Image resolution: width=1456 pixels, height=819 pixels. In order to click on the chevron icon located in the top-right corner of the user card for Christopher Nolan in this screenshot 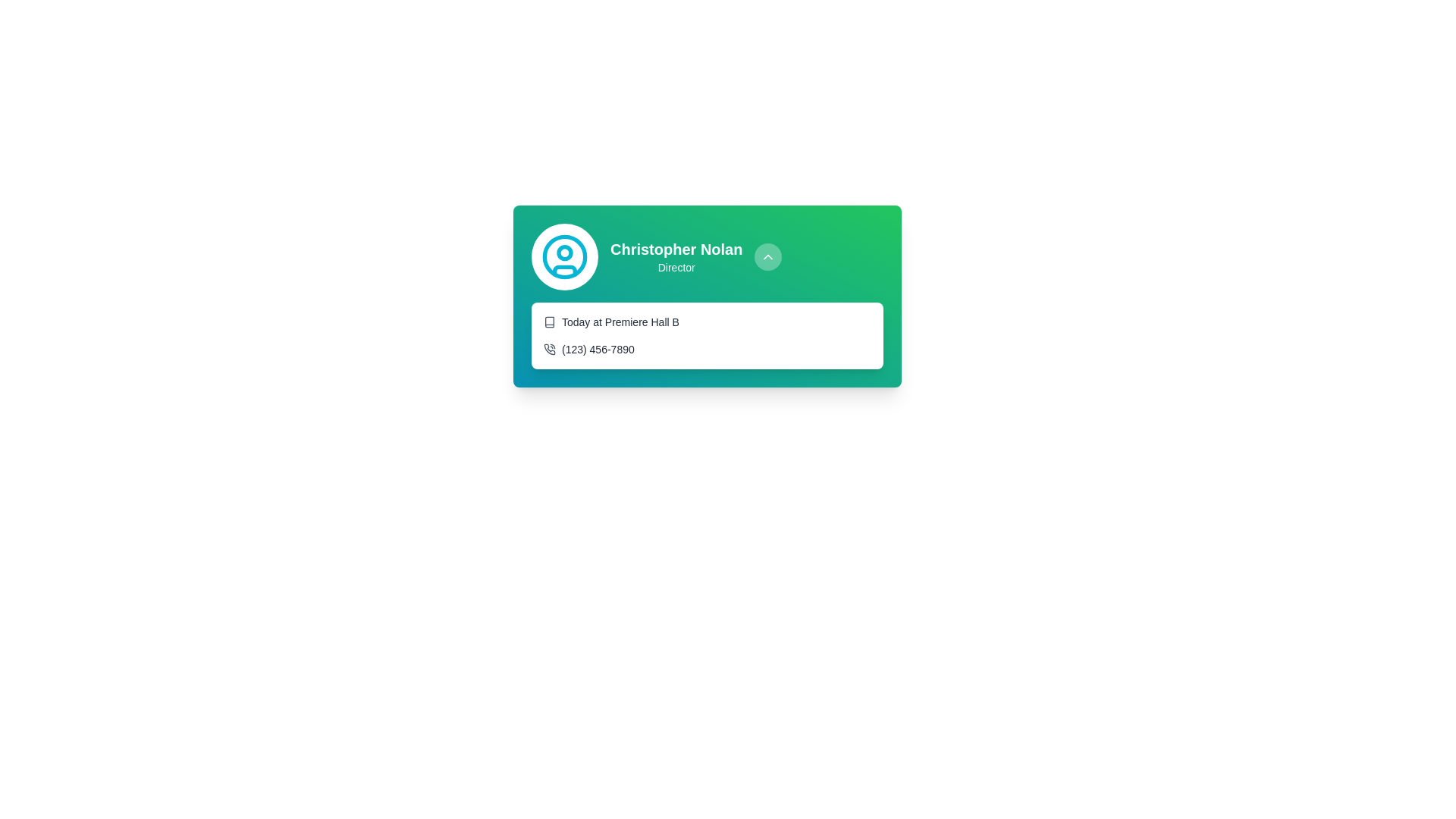, I will do `click(767, 256)`.